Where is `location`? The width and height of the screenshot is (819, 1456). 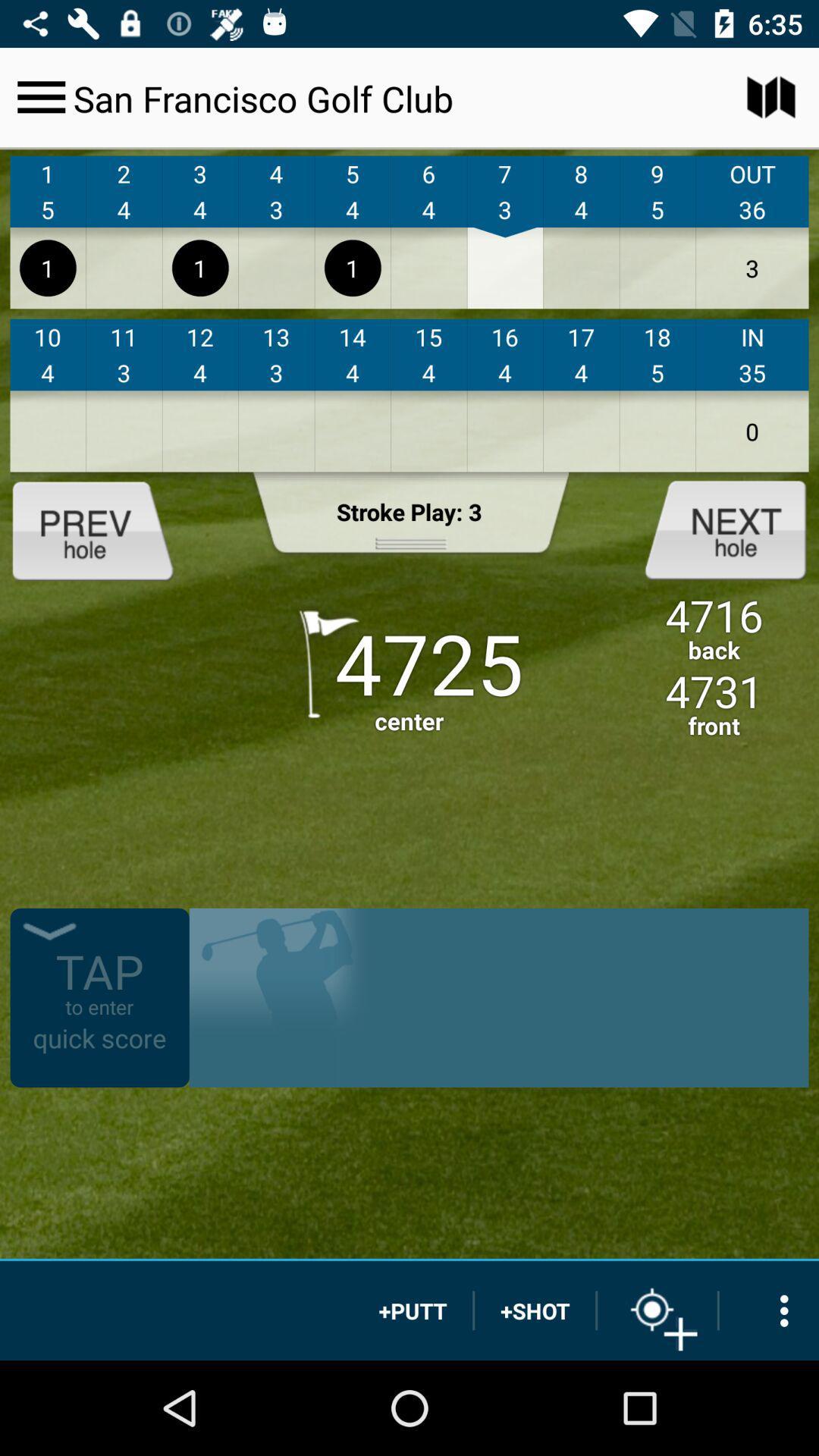 location is located at coordinates (657, 1310).